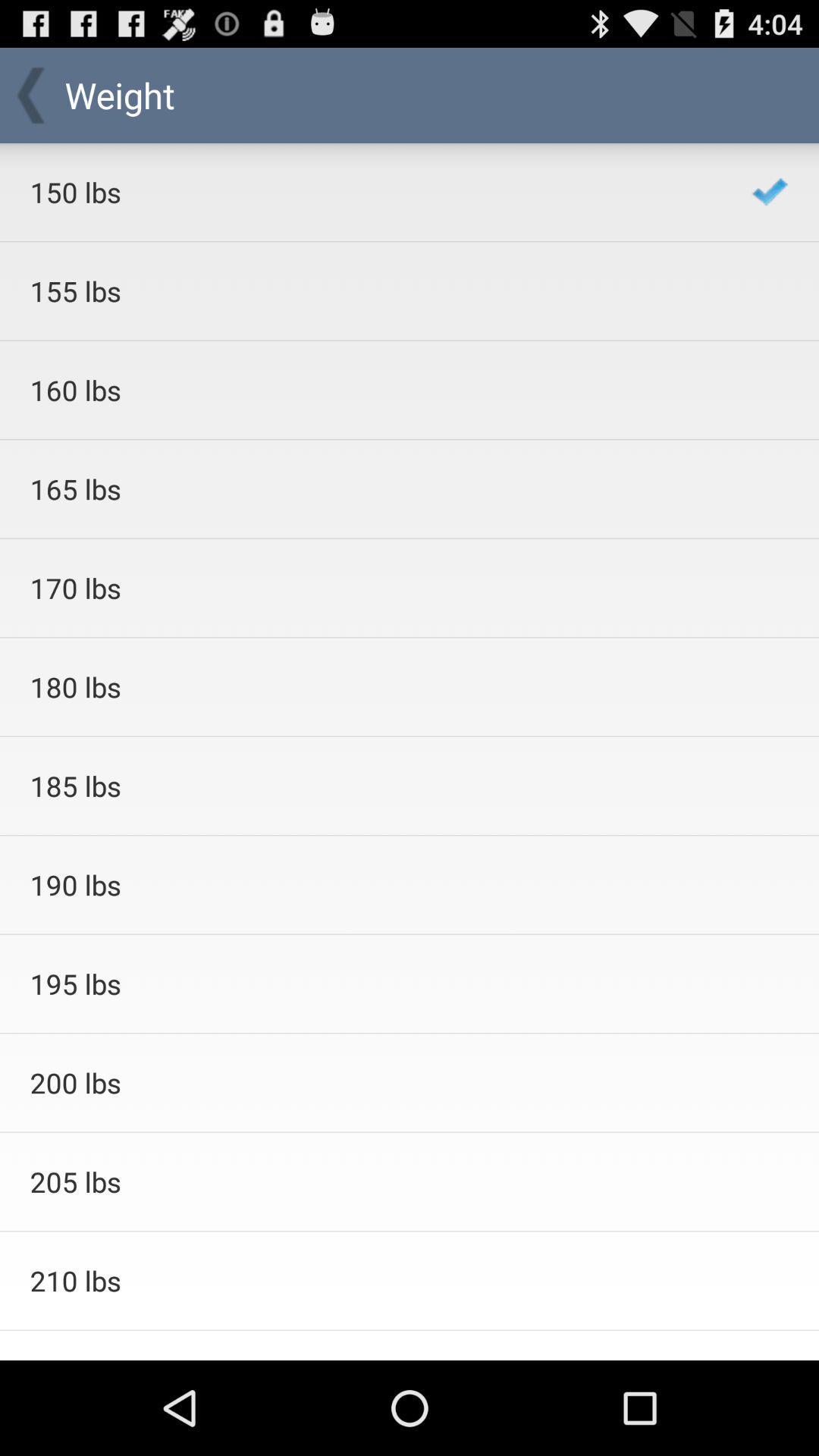 The height and width of the screenshot is (1456, 819). I want to click on 185 lbs app, so click(371, 786).